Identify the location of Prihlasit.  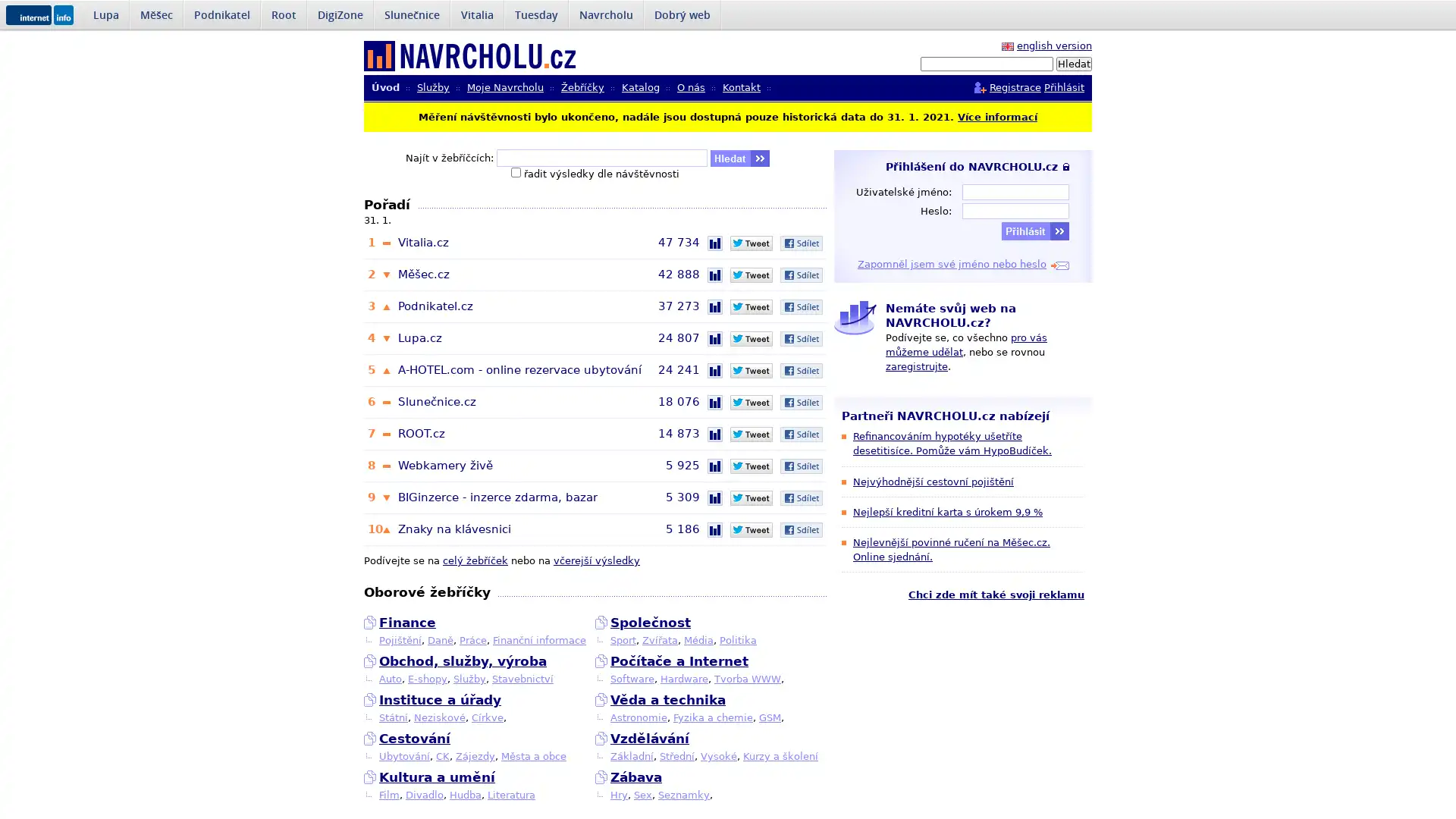
(1034, 231).